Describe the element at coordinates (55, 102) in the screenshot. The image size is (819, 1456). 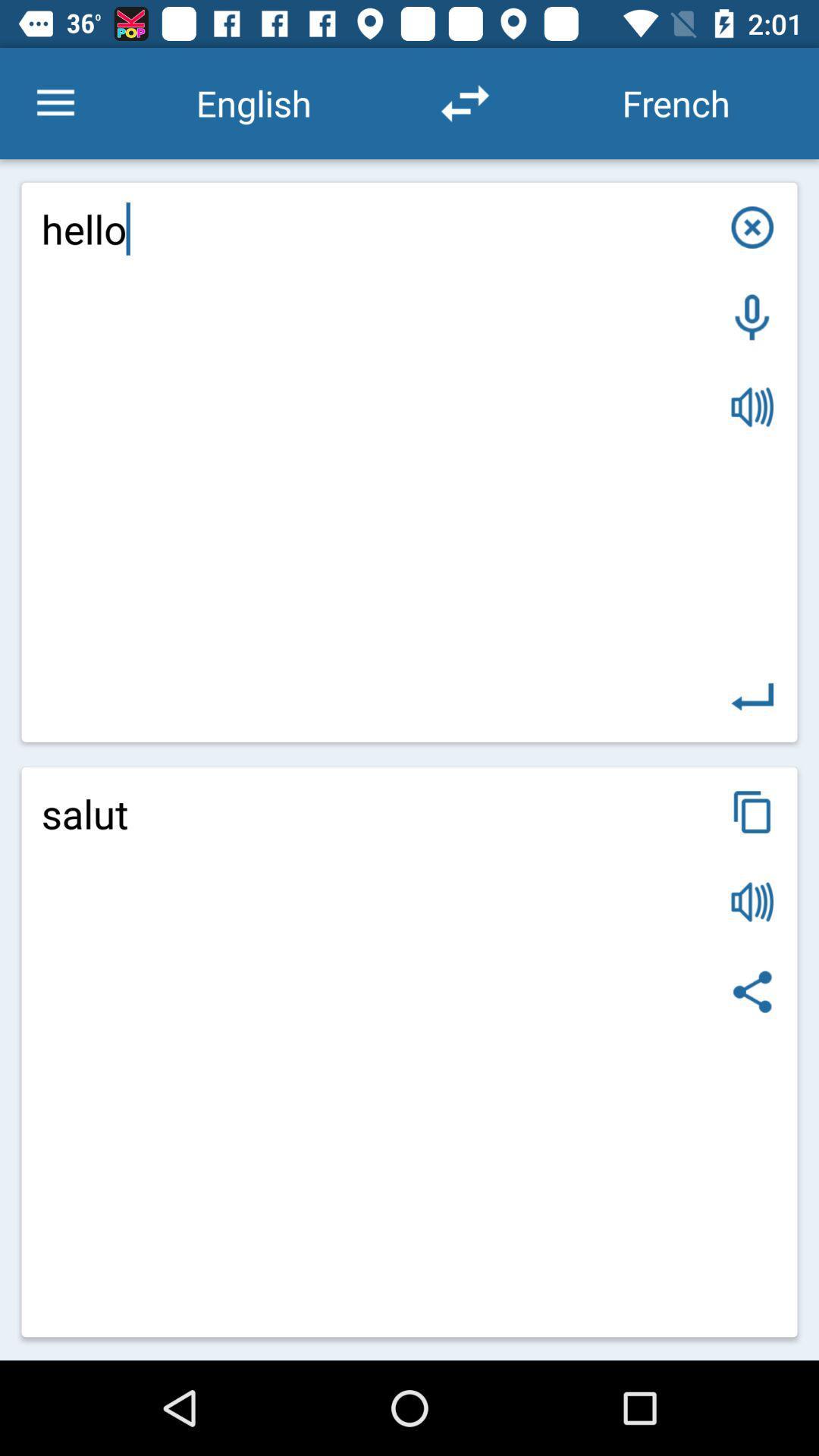
I see `item next to the english icon` at that location.